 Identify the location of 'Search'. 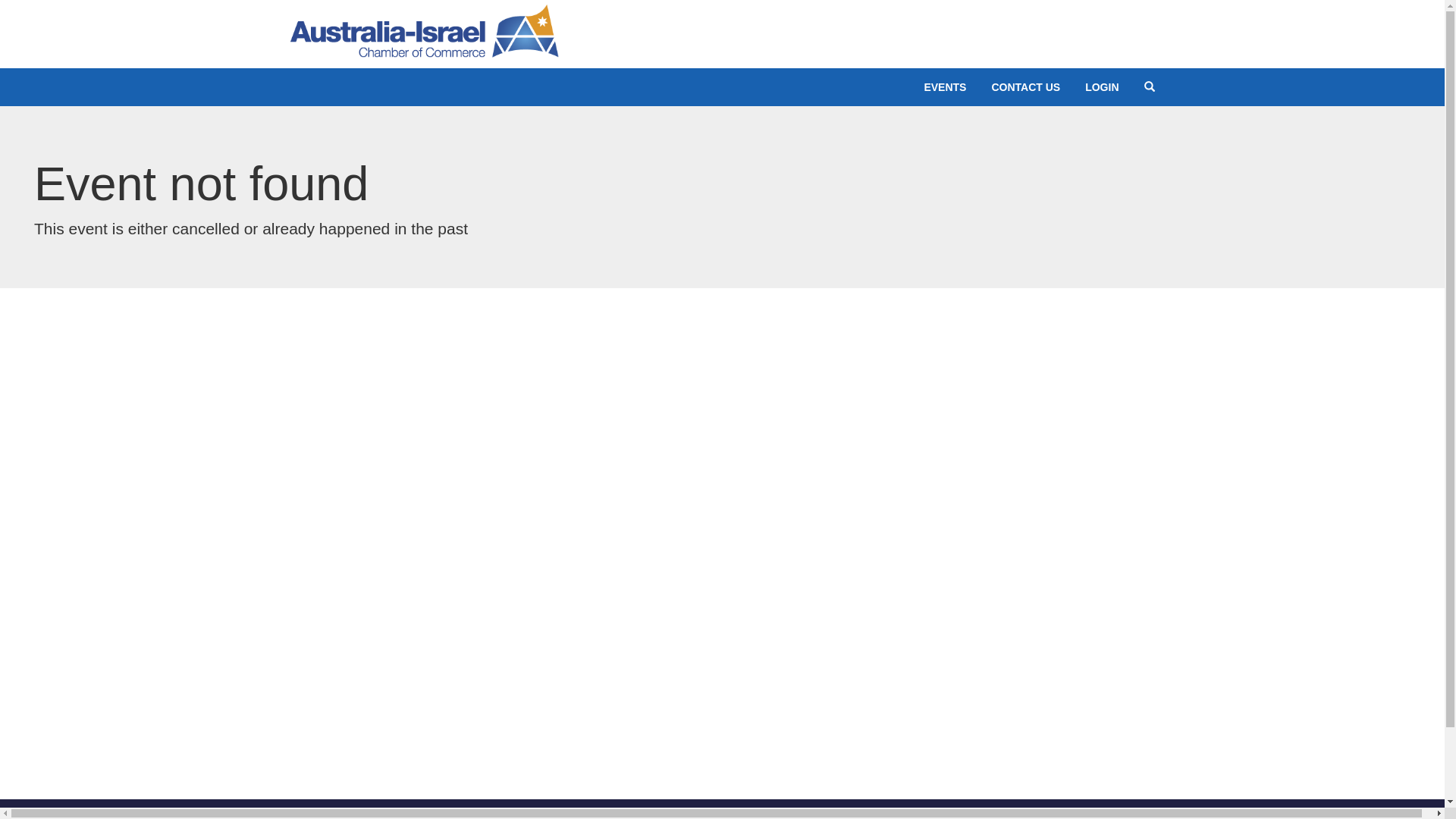
(1150, 87).